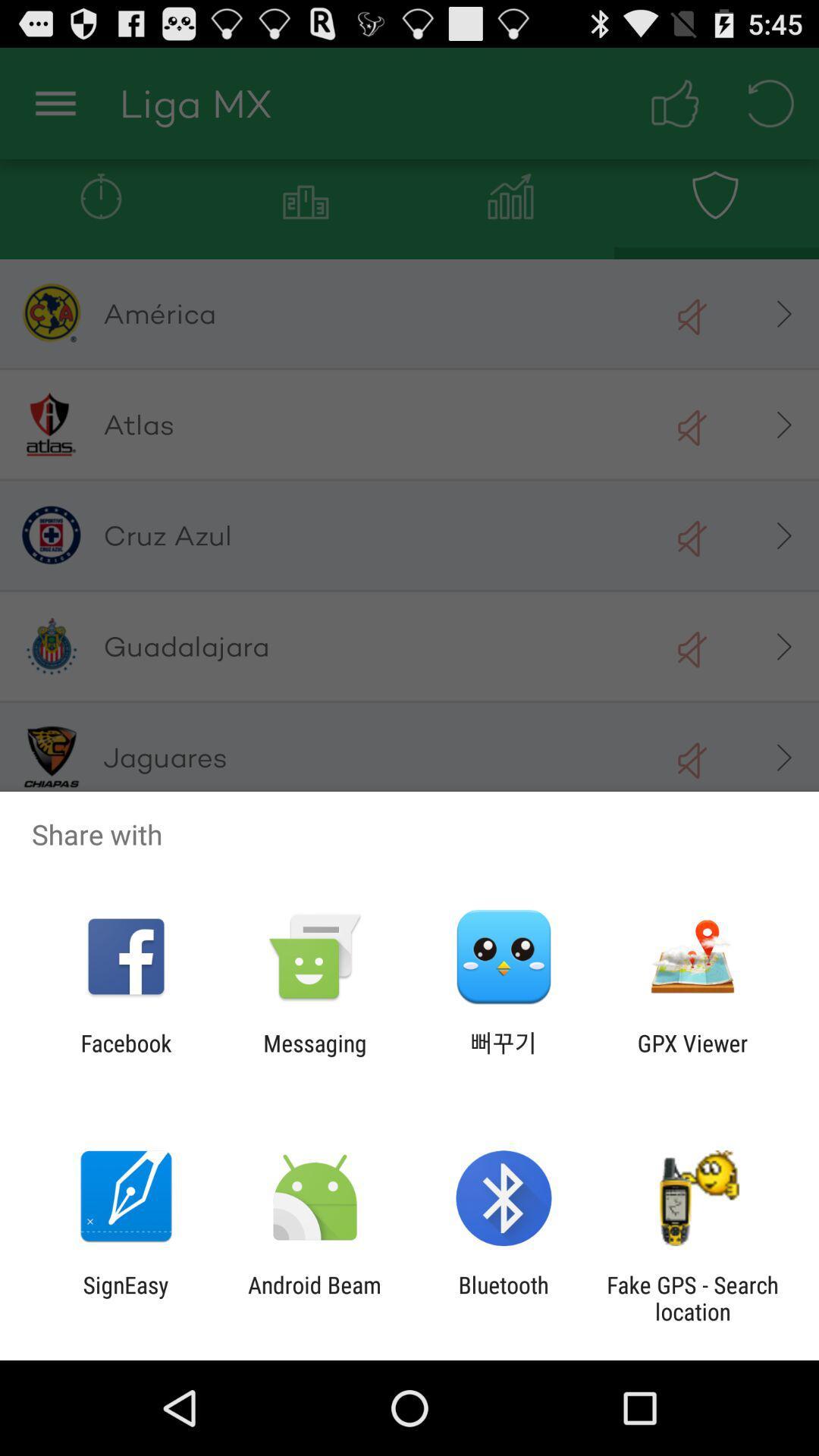 Image resolution: width=819 pixels, height=1456 pixels. What do you see at coordinates (314, 1056) in the screenshot?
I see `messaging app` at bounding box center [314, 1056].